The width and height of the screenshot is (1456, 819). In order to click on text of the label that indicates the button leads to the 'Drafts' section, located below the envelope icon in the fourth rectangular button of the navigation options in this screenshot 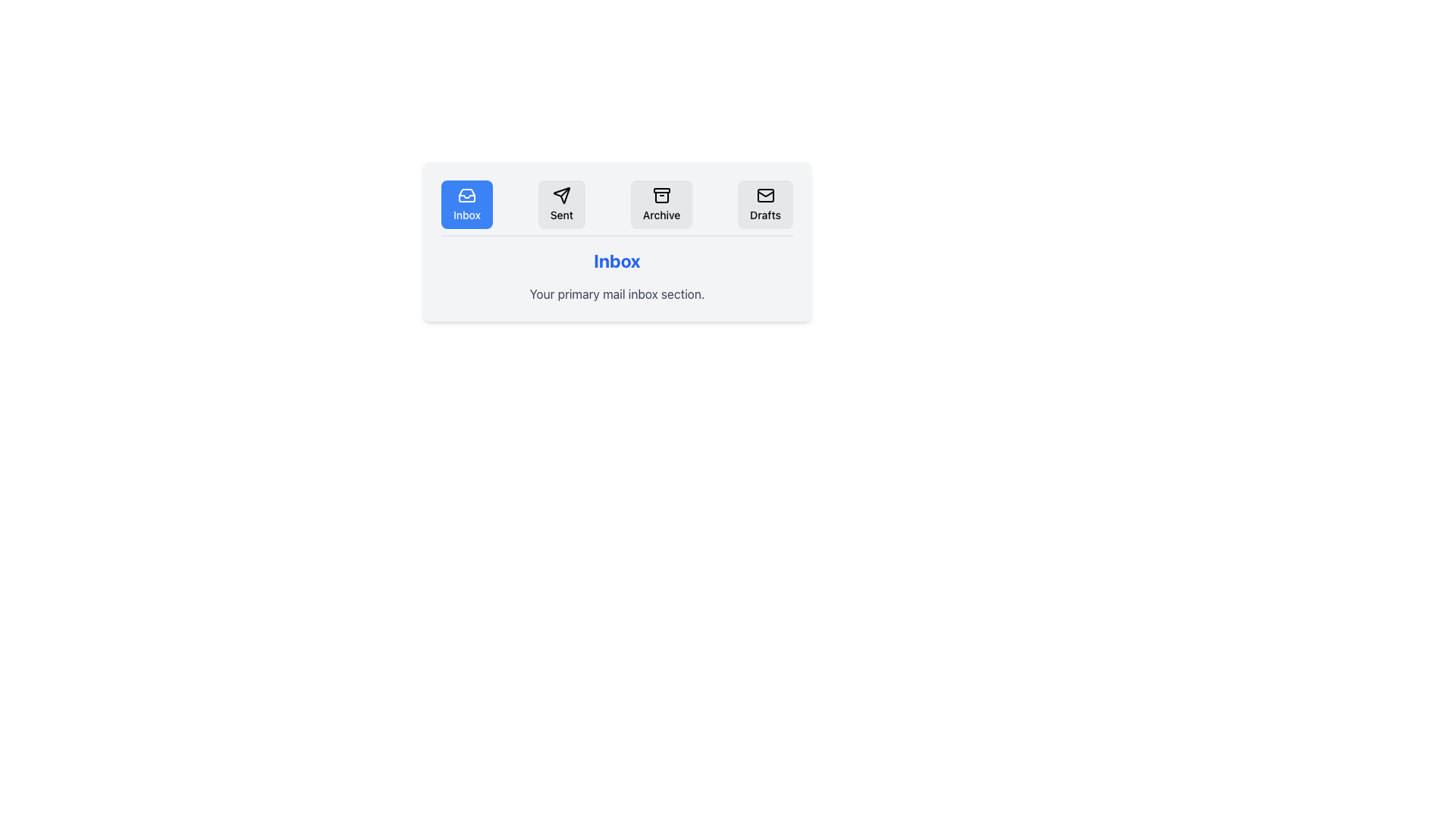, I will do `click(765, 215)`.